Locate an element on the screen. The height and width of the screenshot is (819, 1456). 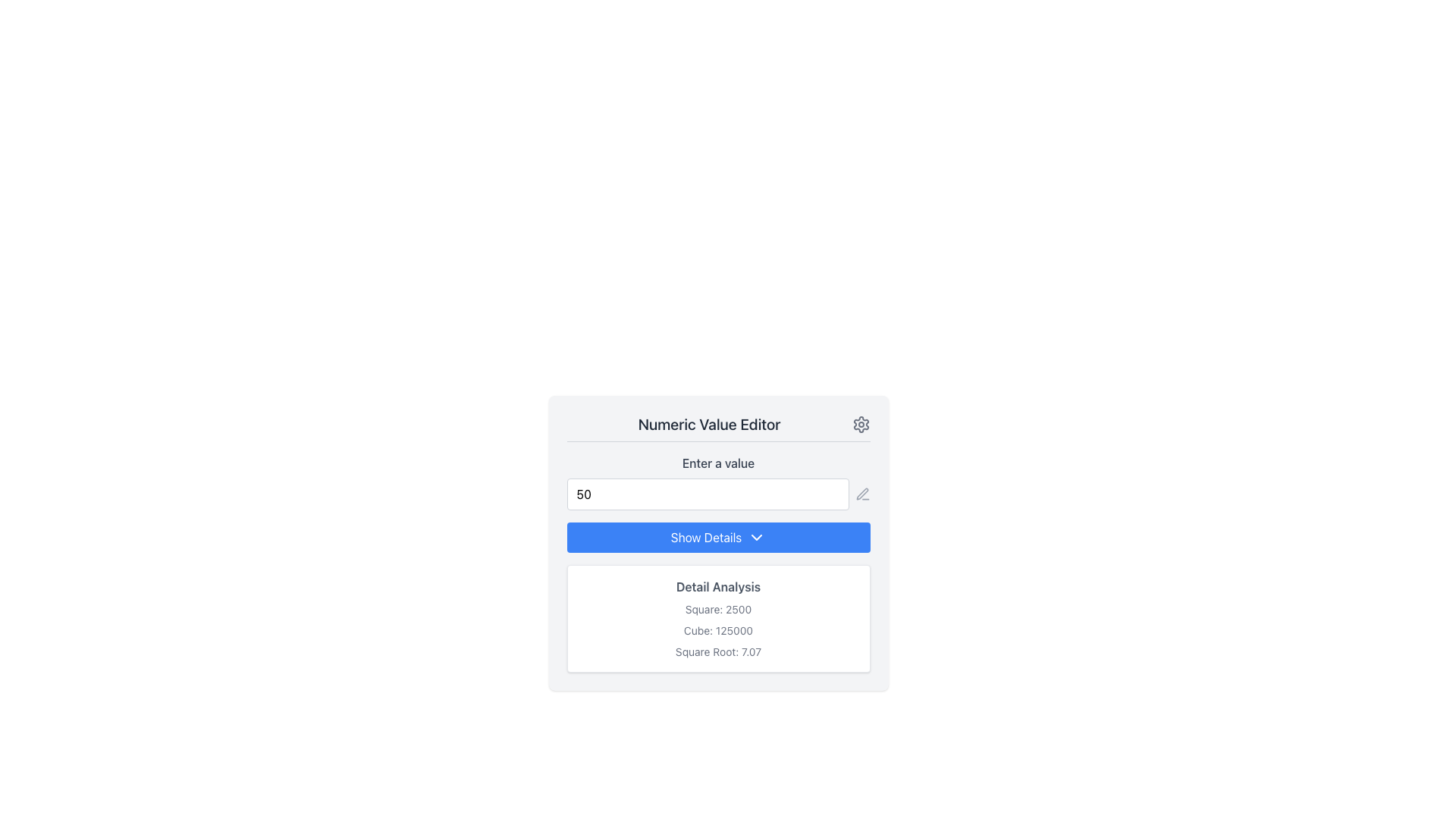
the text label reading 'Enter a value' which is located slightly above the input field in the 'Numeric Value Editor' component is located at coordinates (717, 462).